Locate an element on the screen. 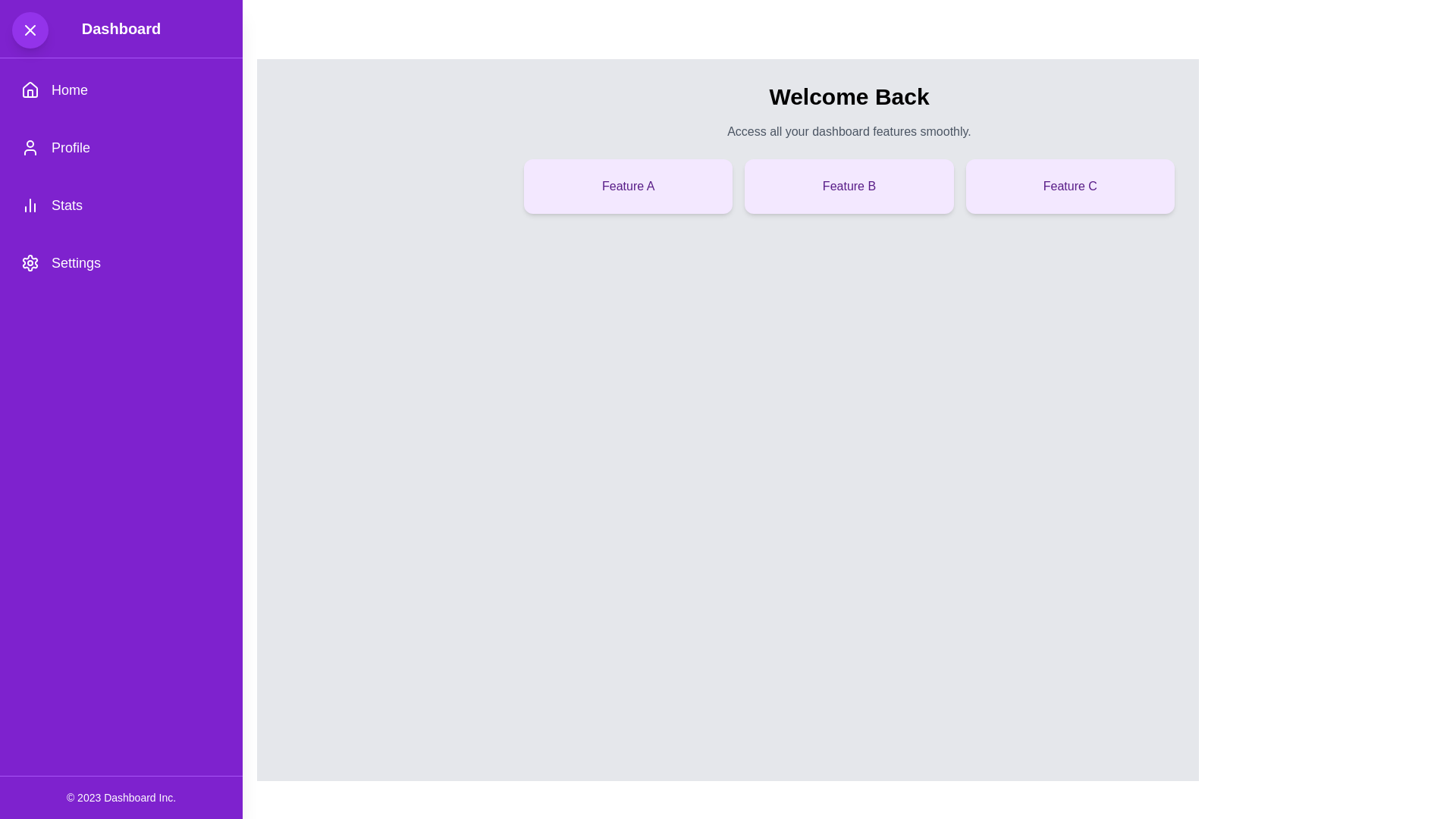 The height and width of the screenshot is (819, 1456). the purple 'Settings' button with a gear icon on the left, located as the fourth item in the vertical menu on the left side of the interface for rapid navigation is located at coordinates (61, 262).